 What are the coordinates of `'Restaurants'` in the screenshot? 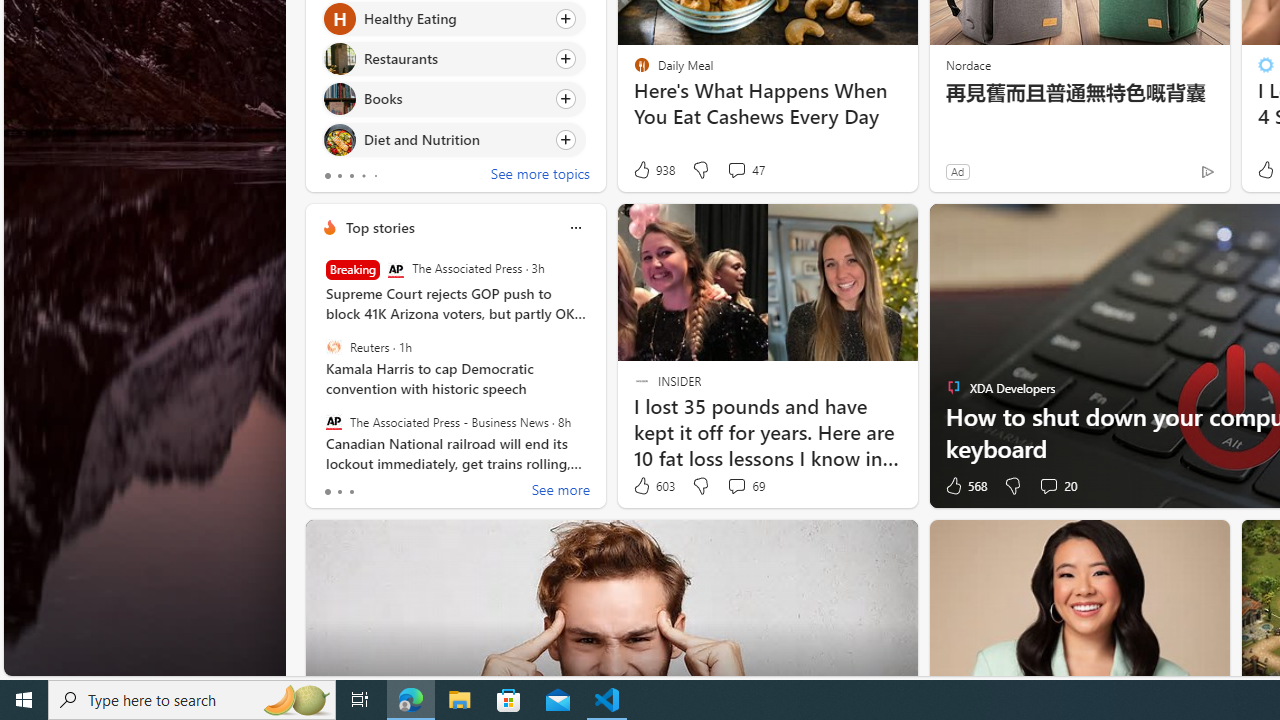 It's located at (339, 58).